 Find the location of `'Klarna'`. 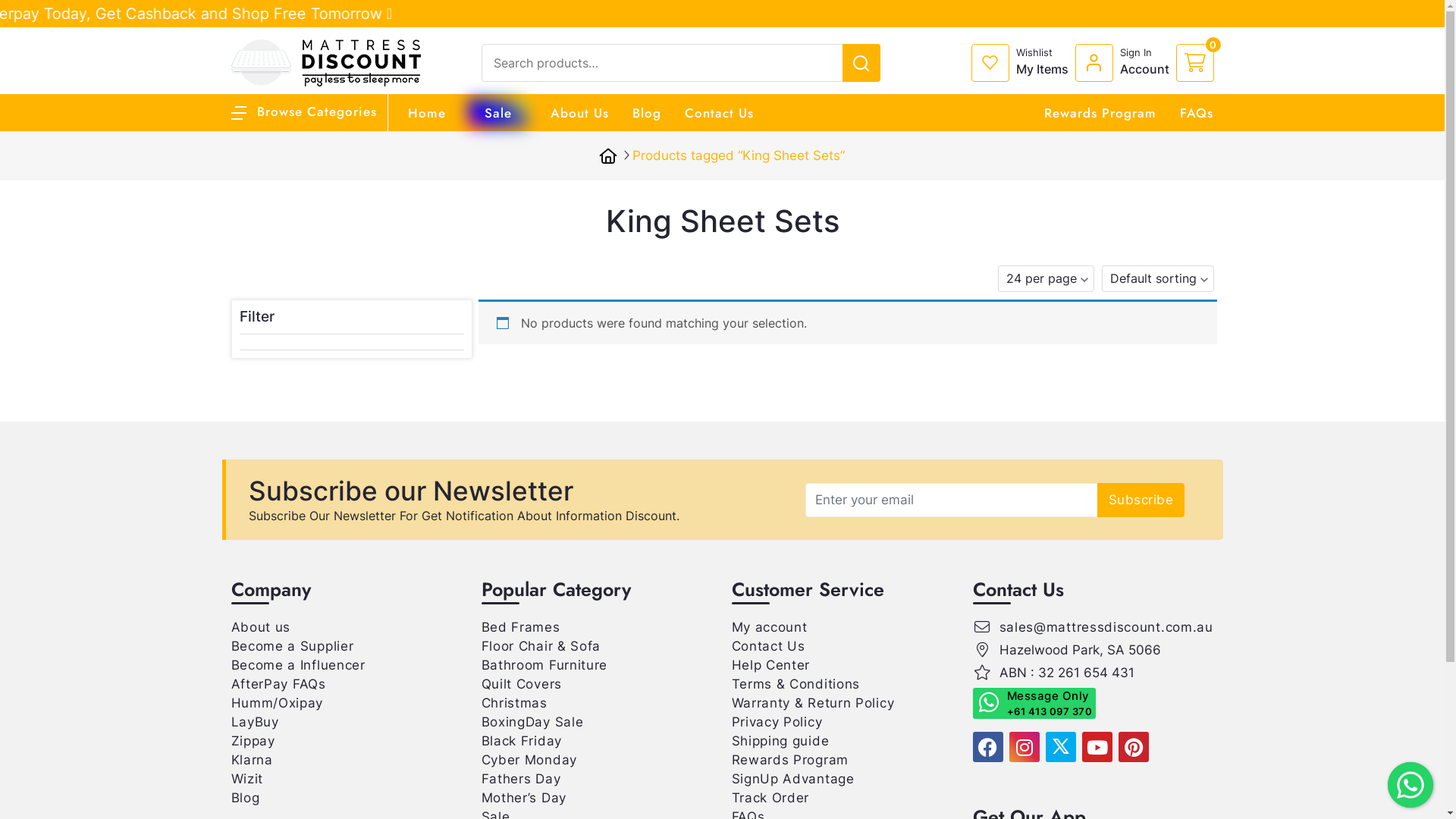

'Klarna' is located at coordinates (251, 760).